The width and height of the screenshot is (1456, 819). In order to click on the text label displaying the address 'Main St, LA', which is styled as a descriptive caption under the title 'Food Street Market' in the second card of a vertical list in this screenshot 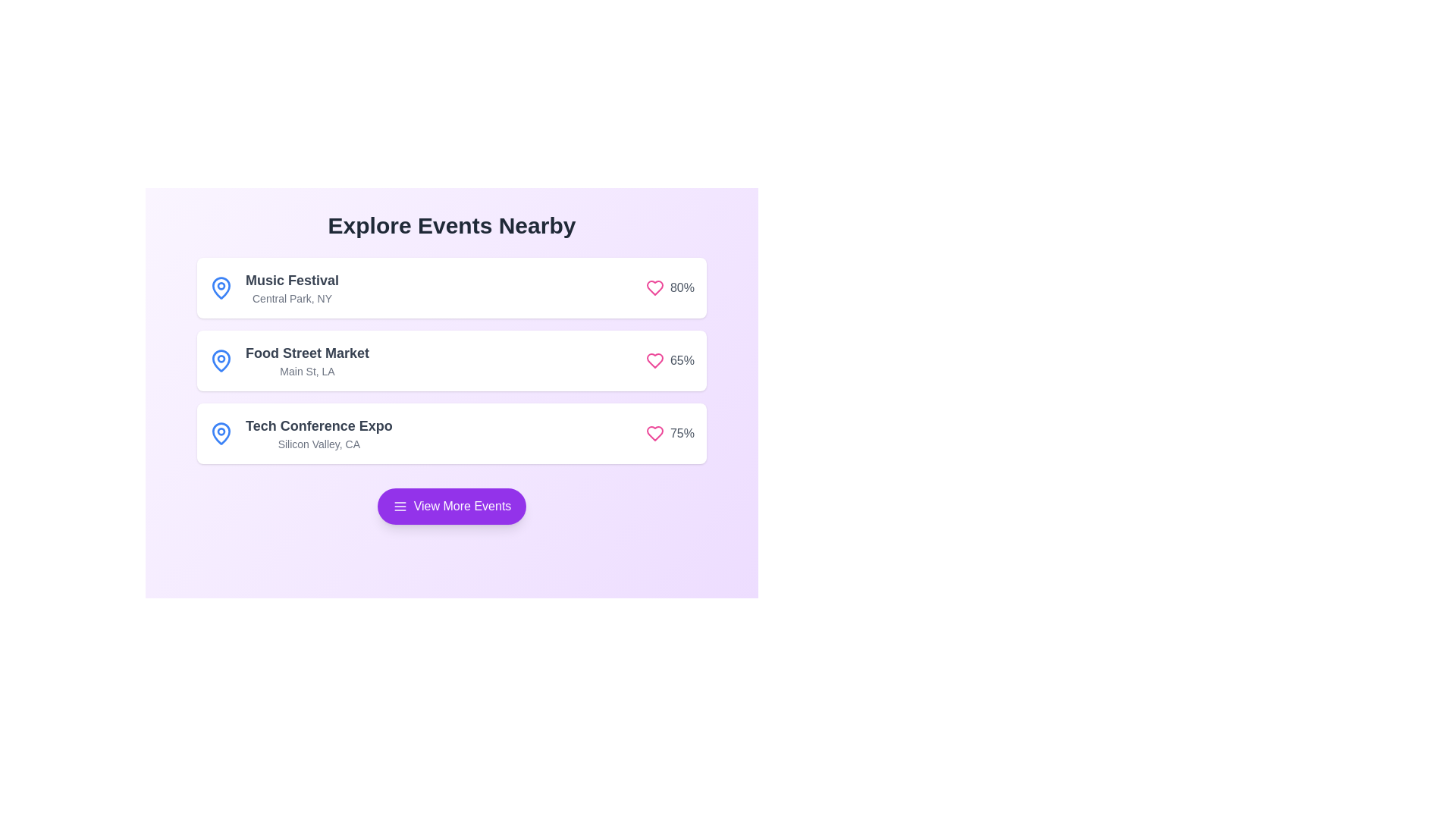, I will do `click(306, 371)`.